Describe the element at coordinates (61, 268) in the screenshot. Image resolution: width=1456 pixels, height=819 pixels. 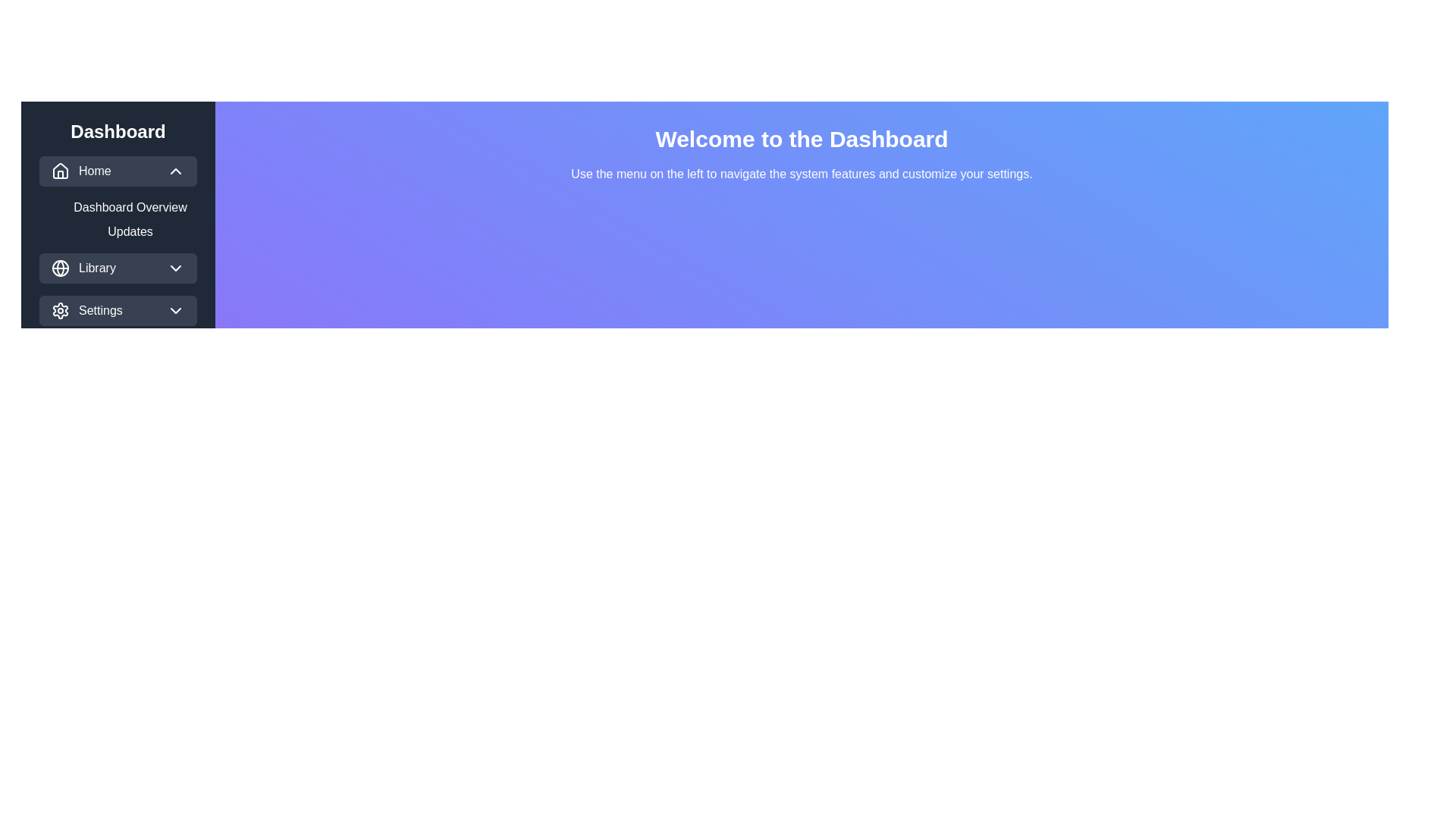
I see `the circular shape embedded within the 'Library' icon in the navigation side panel` at that location.